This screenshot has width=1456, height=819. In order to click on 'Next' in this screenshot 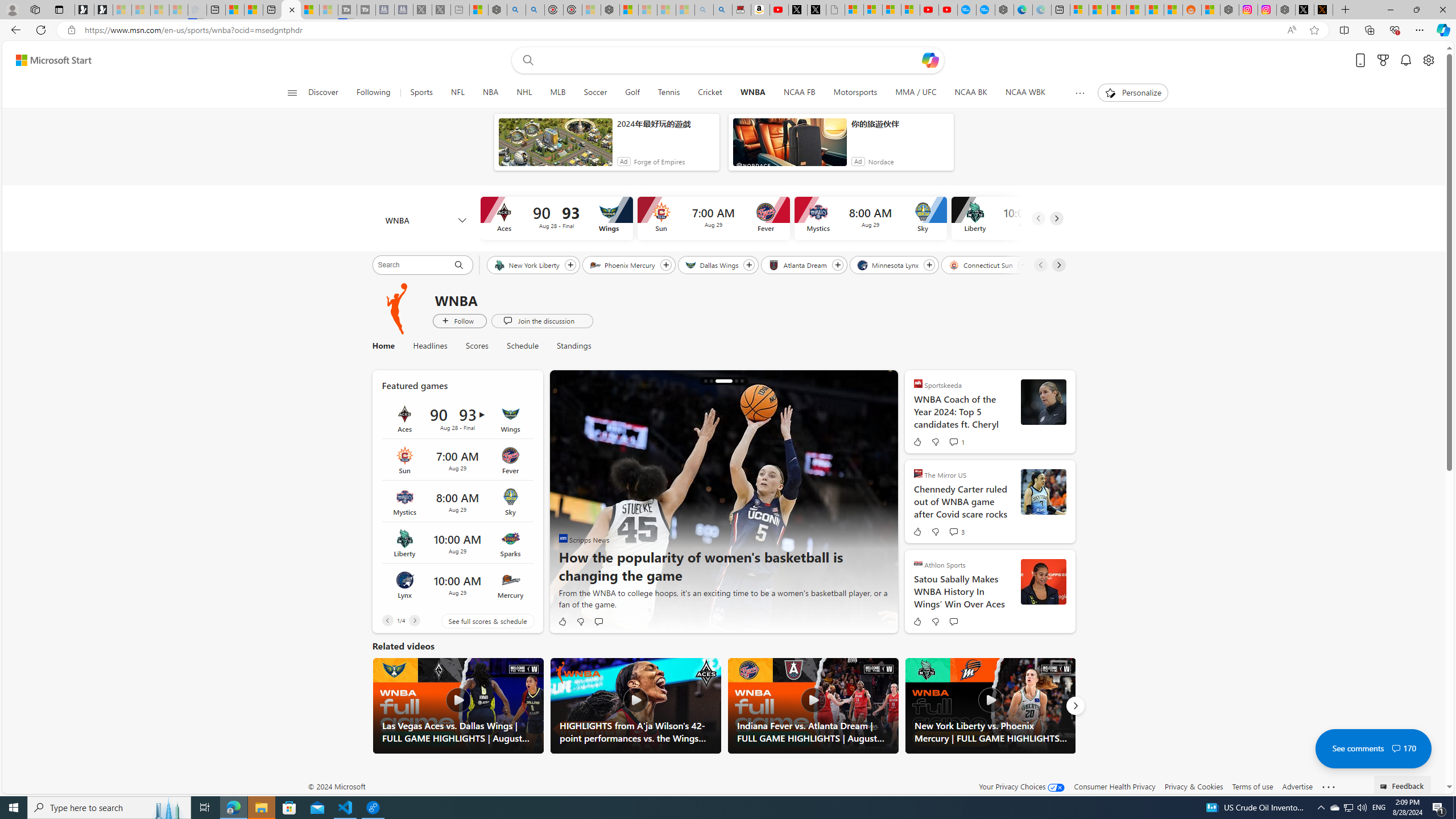, I will do `click(1075, 705)`.